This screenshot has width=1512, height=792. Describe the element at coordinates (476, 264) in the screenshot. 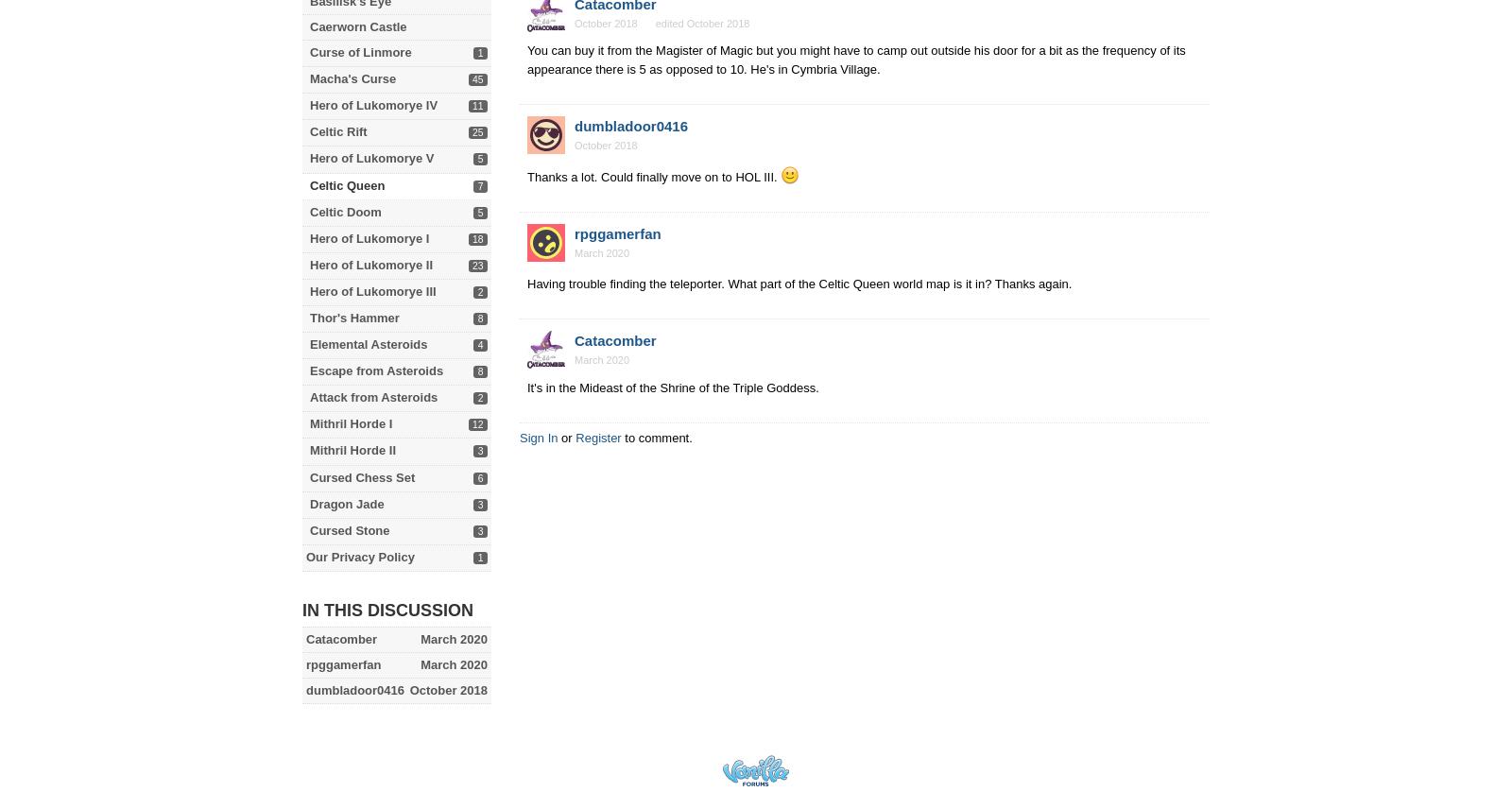

I see `'23'` at that location.